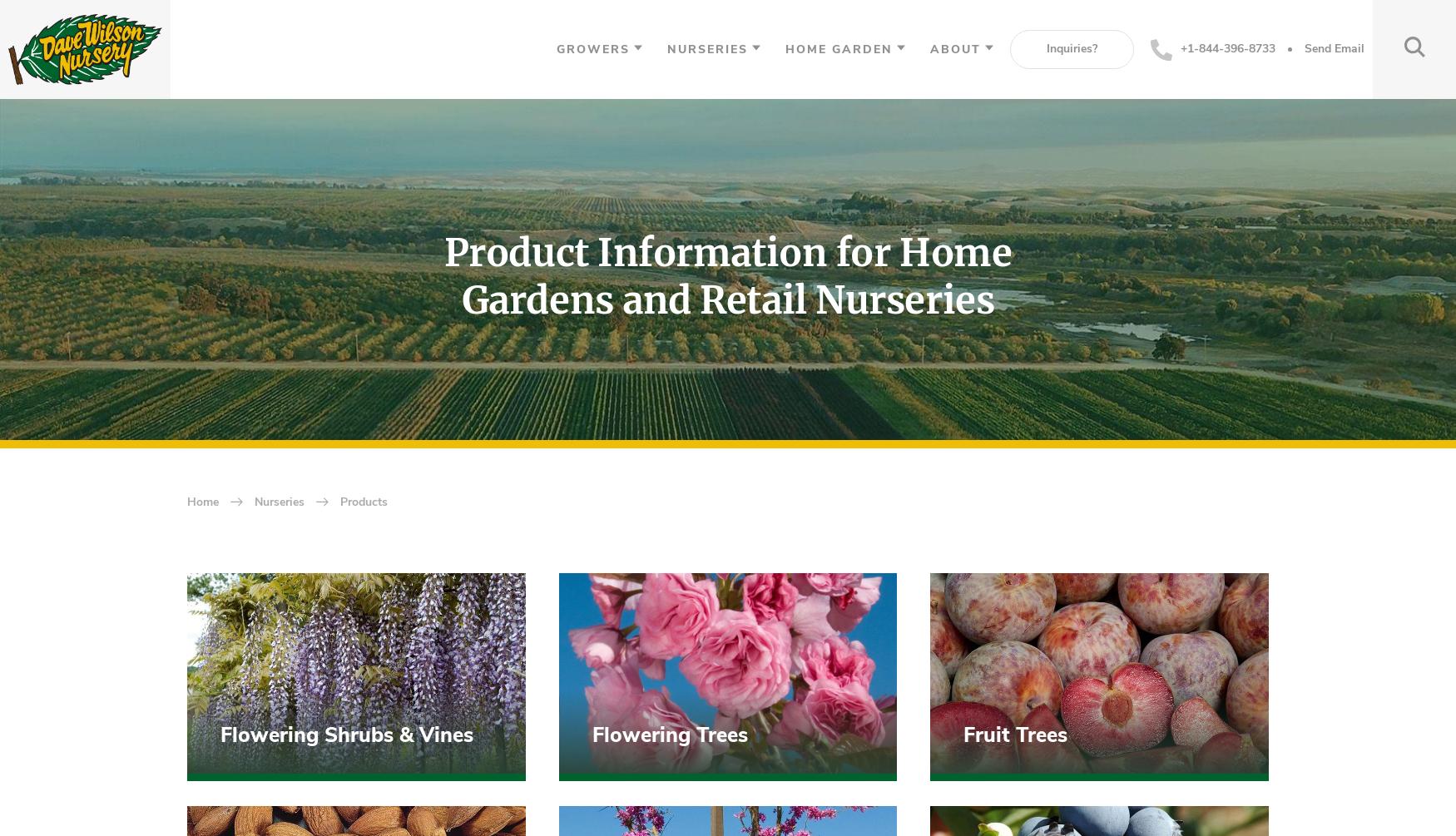 The image size is (1456, 836). Describe the element at coordinates (426, 665) in the screenshot. I see `'We sell our products to retail nurseries, garden centers, container growers who sell to landscape contractors and retail
nurseries, mail order nurseries, and anyone else who qualifies. We do not accept direct sales to consumers.'` at that location.